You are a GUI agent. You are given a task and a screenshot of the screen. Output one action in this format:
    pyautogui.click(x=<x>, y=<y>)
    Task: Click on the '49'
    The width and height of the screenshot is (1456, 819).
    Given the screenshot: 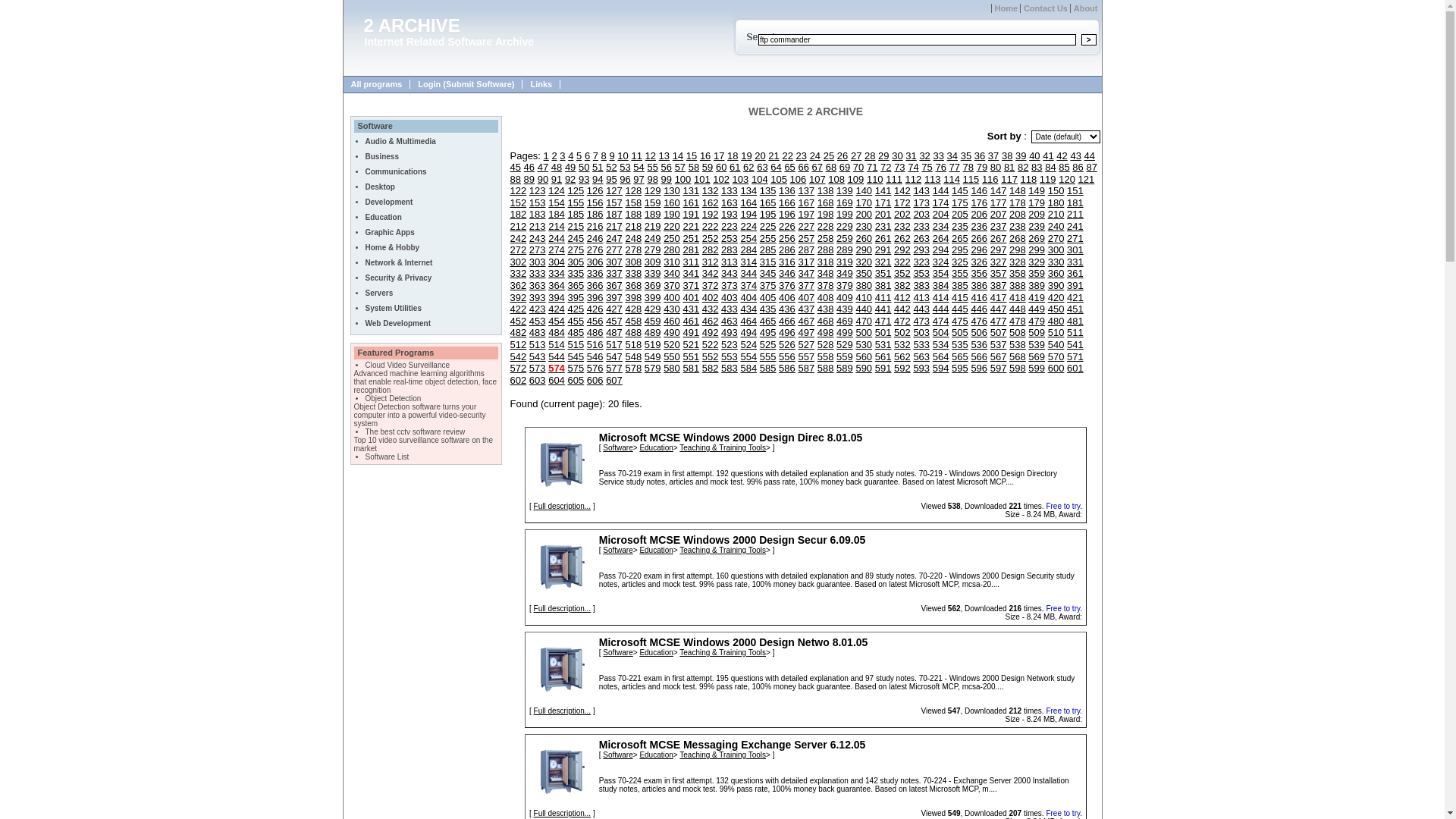 What is the action you would take?
    pyautogui.click(x=563, y=167)
    